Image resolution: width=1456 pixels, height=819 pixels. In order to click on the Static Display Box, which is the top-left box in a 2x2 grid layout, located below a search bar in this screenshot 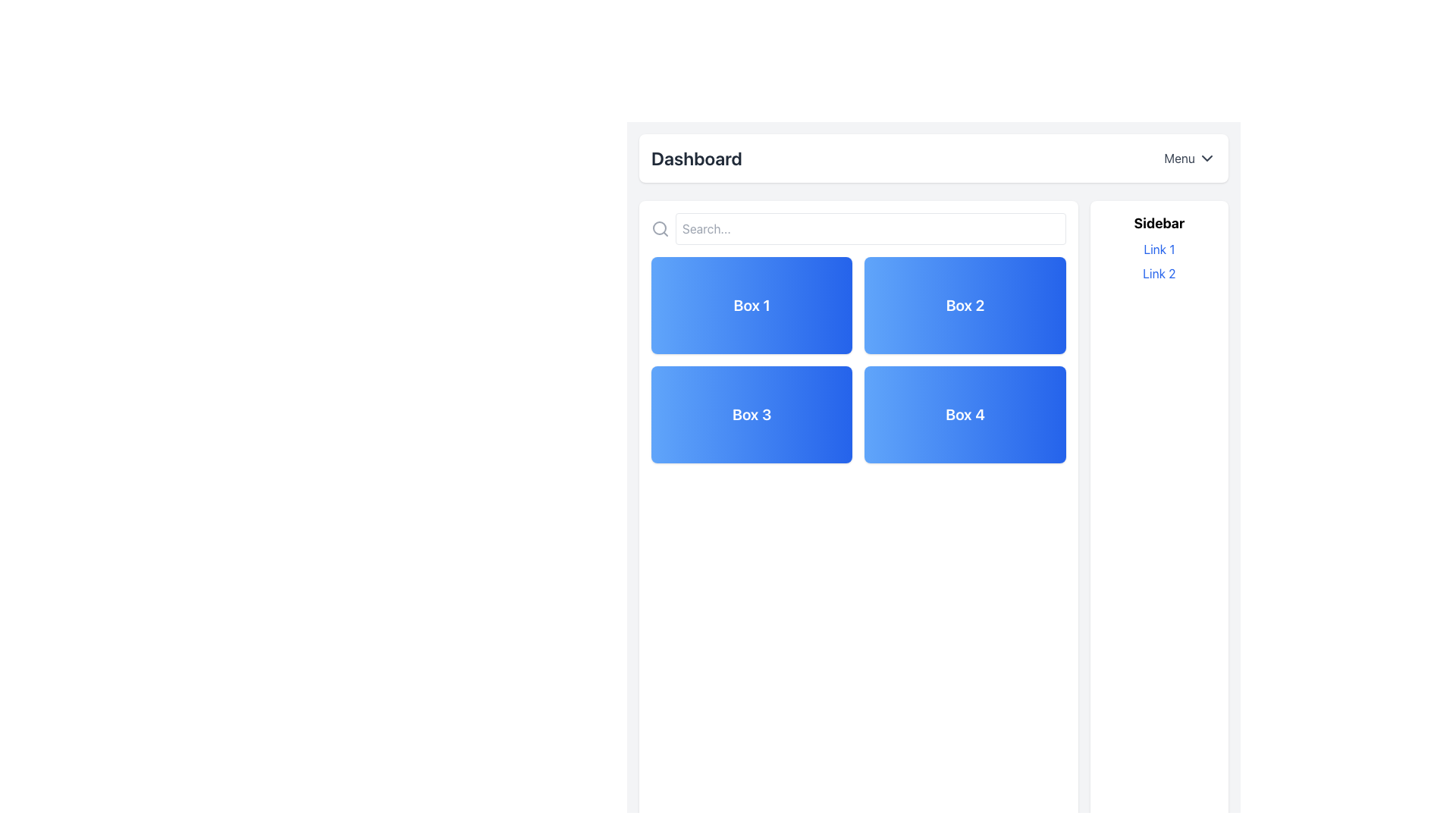, I will do `click(752, 305)`.